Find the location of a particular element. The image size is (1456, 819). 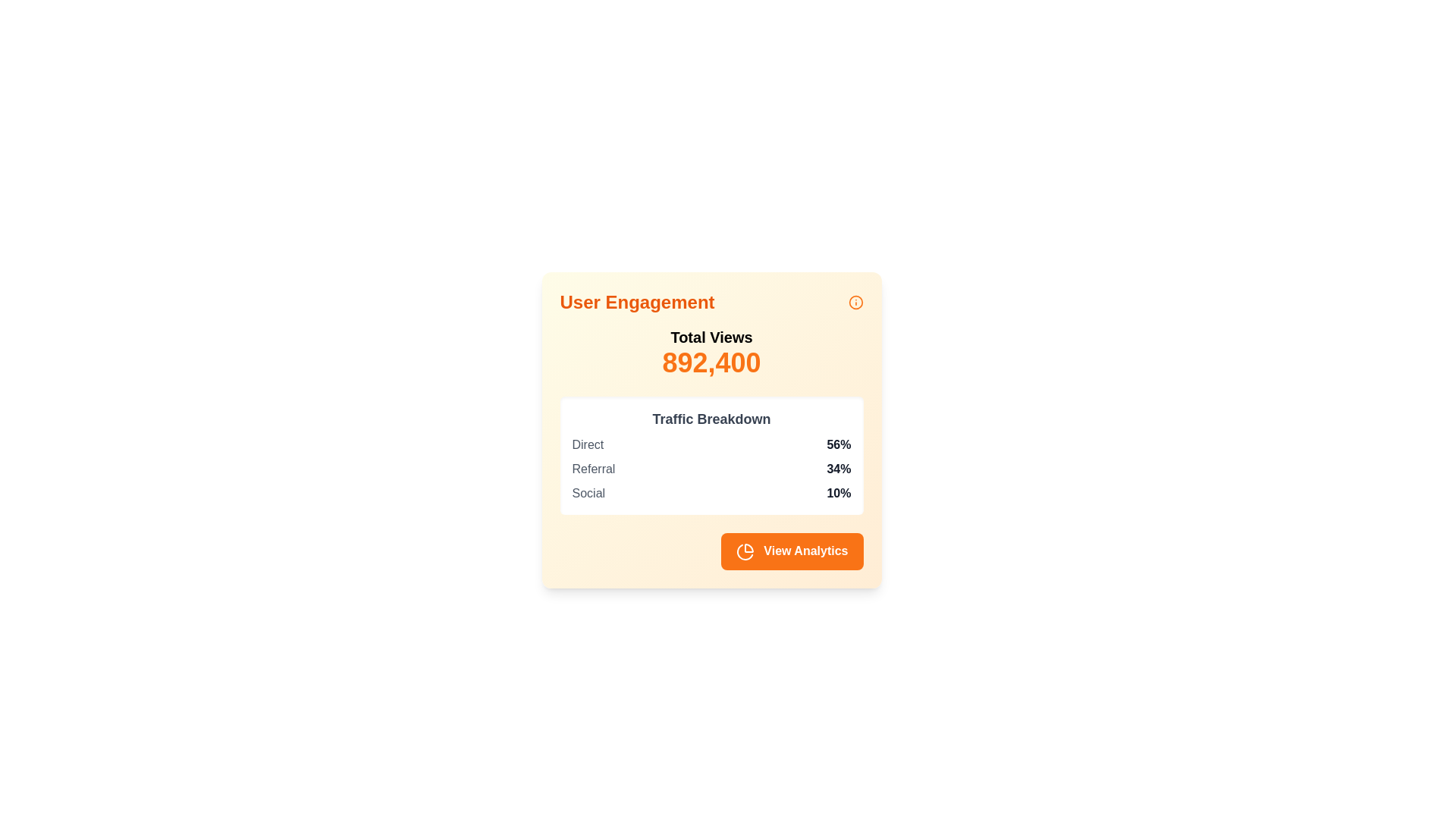

the Text label indicating the type of statistic in the 'User Engagement' card, located above the orange numerical figure '892,400' is located at coordinates (711, 336).